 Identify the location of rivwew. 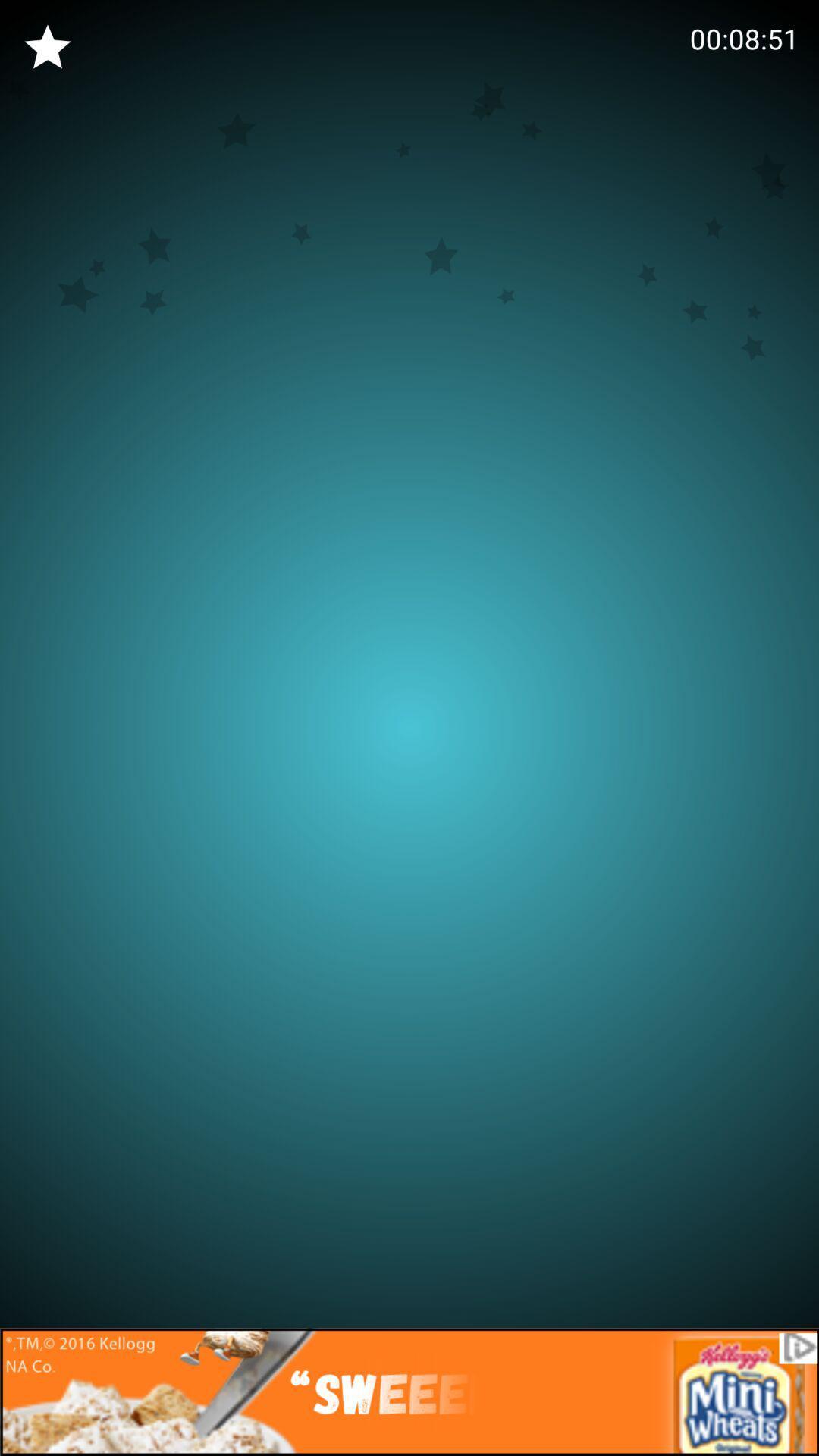
(46, 47).